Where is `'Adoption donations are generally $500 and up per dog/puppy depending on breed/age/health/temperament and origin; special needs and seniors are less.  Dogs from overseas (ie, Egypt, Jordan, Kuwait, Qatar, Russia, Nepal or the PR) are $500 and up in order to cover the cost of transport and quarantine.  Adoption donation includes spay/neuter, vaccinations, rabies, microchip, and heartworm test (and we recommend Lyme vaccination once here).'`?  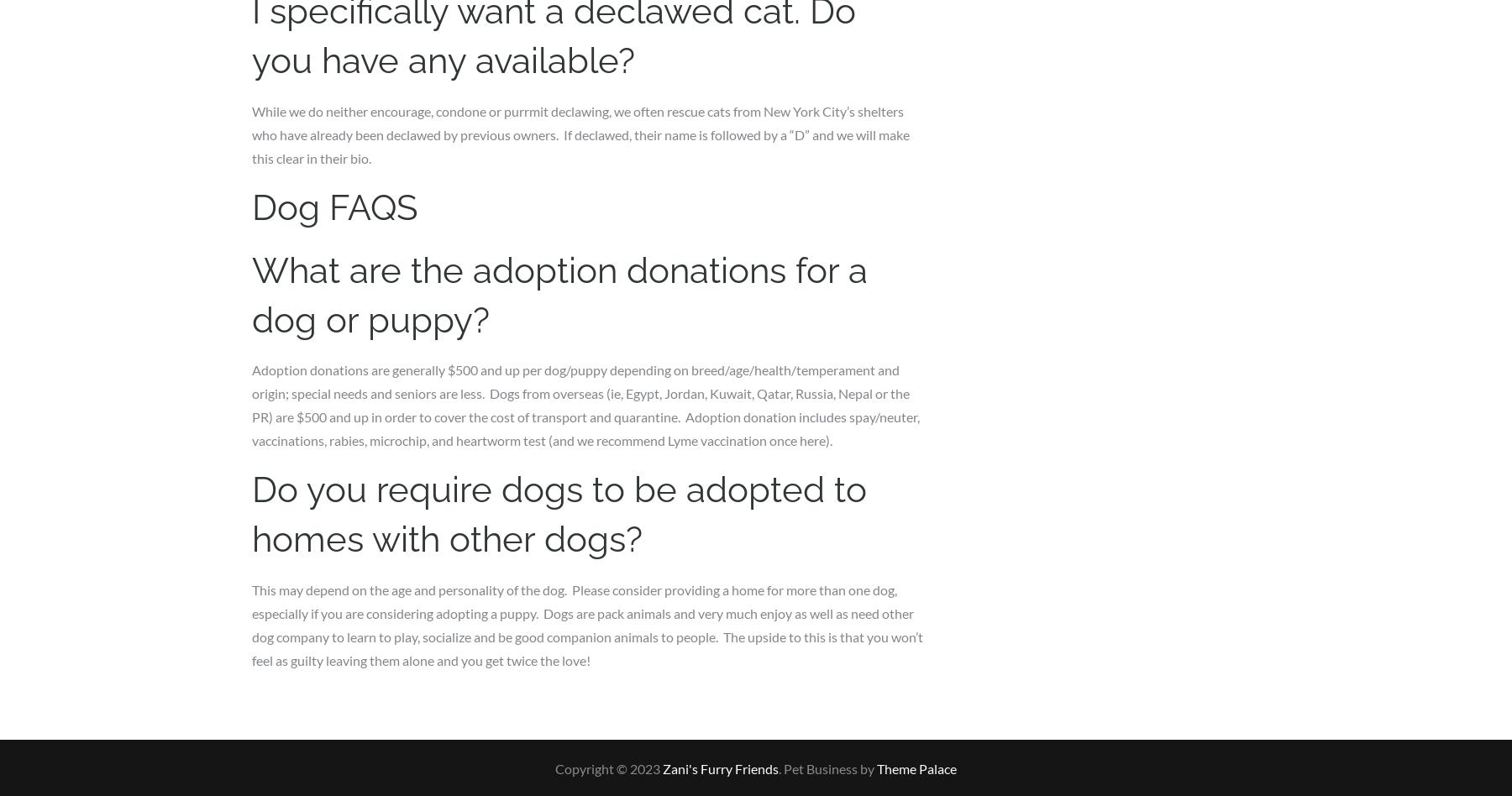
'Adoption donations are generally $500 and up per dog/puppy depending on breed/age/health/temperament and origin; special needs and seniors are less.  Dogs from overseas (ie, Egypt, Jordan, Kuwait, Qatar, Russia, Nepal or the PR) are $500 and up in order to cover the cost of transport and quarantine.  Adoption donation includes spay/neuter, vaccinations, rabies, microchip, and heartworm test (and we recommend Lyme vaccination once here).' is located at coordinates (585, 405).